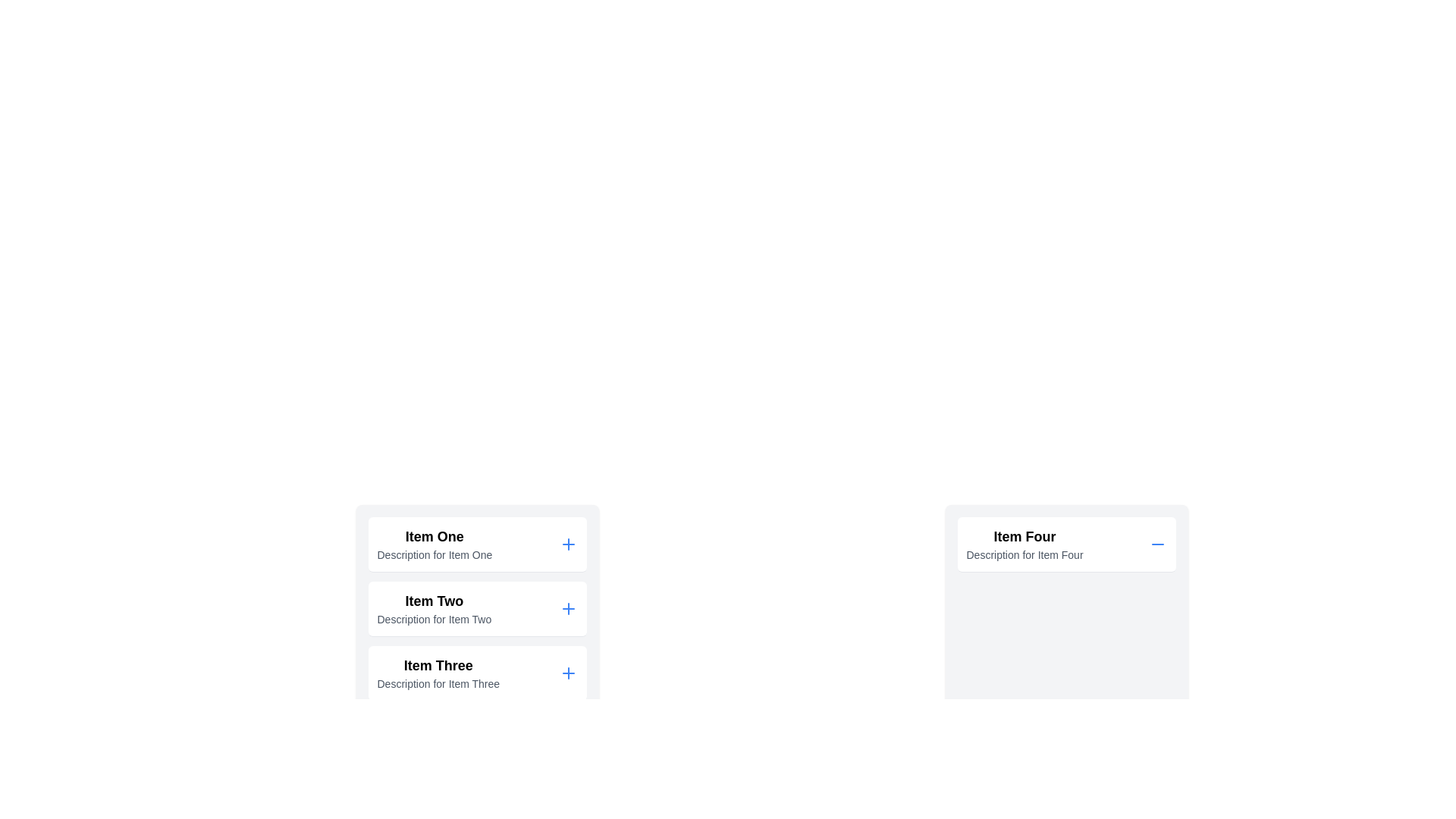  Describe the element at coordinates (567, 672) in the screenshot. I see `the plus button next to Item Three in the source list to transfer it to the target list` at that location.